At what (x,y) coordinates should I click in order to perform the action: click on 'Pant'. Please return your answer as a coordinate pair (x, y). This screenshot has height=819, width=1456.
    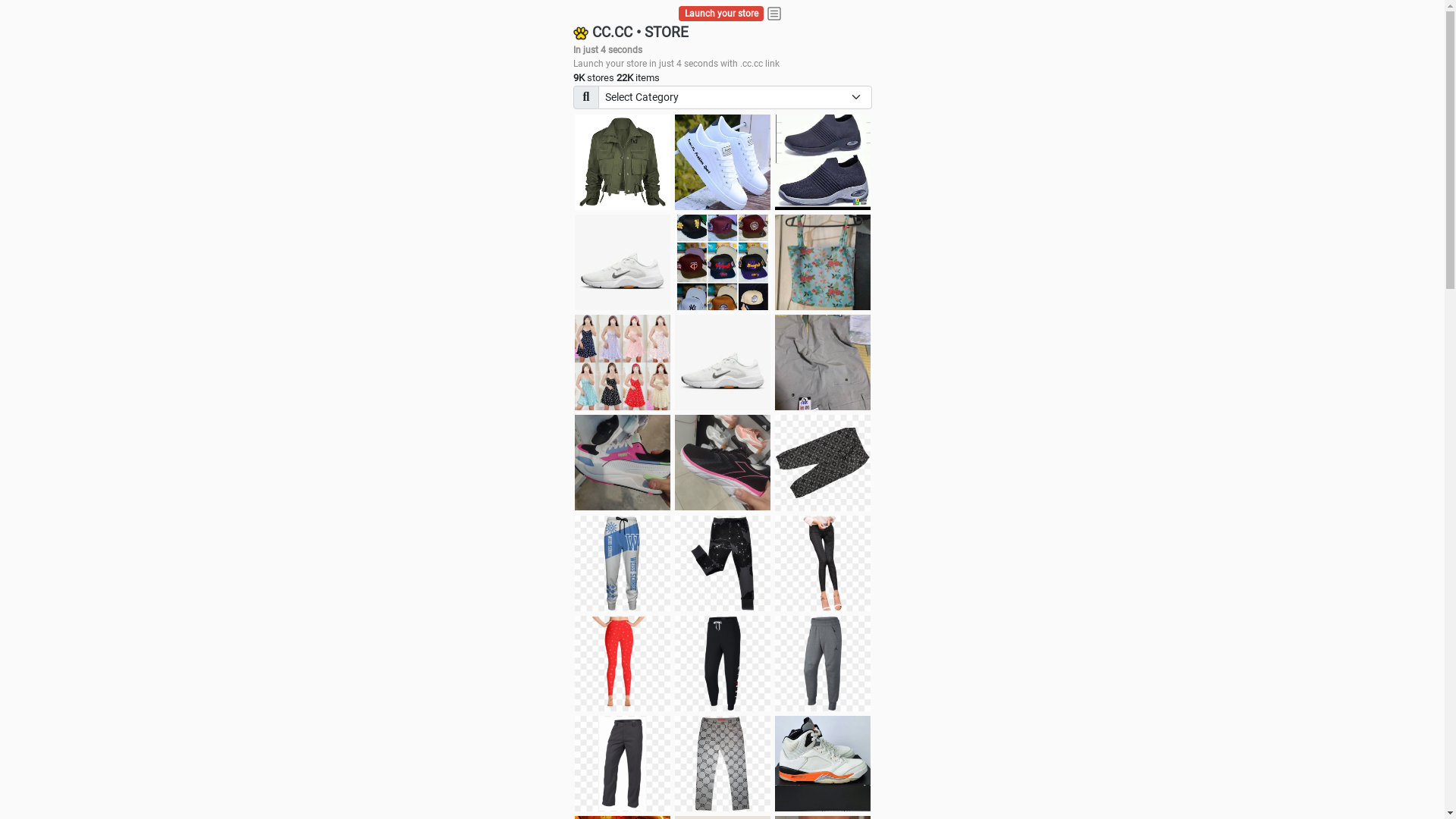
    Looking at the image, I should click on (722, 563).